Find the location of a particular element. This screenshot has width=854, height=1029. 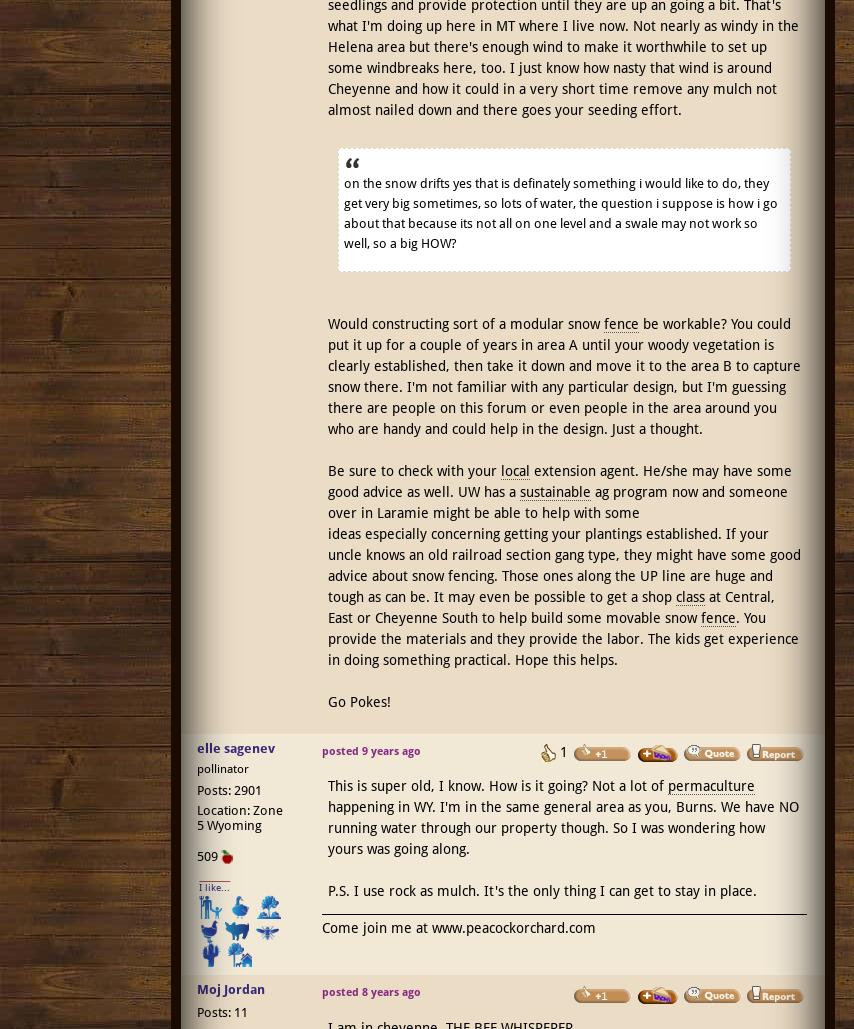

'be workable? You could put it up for a couple of years in area A until your woody vegetation is clearly established, then take it down and move it to the  area B to capture snow there.  I'm not familiar with any particular design, but I'm guessing there are people on this forum or even people in the area around you who are handy and could help in the design.  Just a thought.' is located at coordinates (562, 375).